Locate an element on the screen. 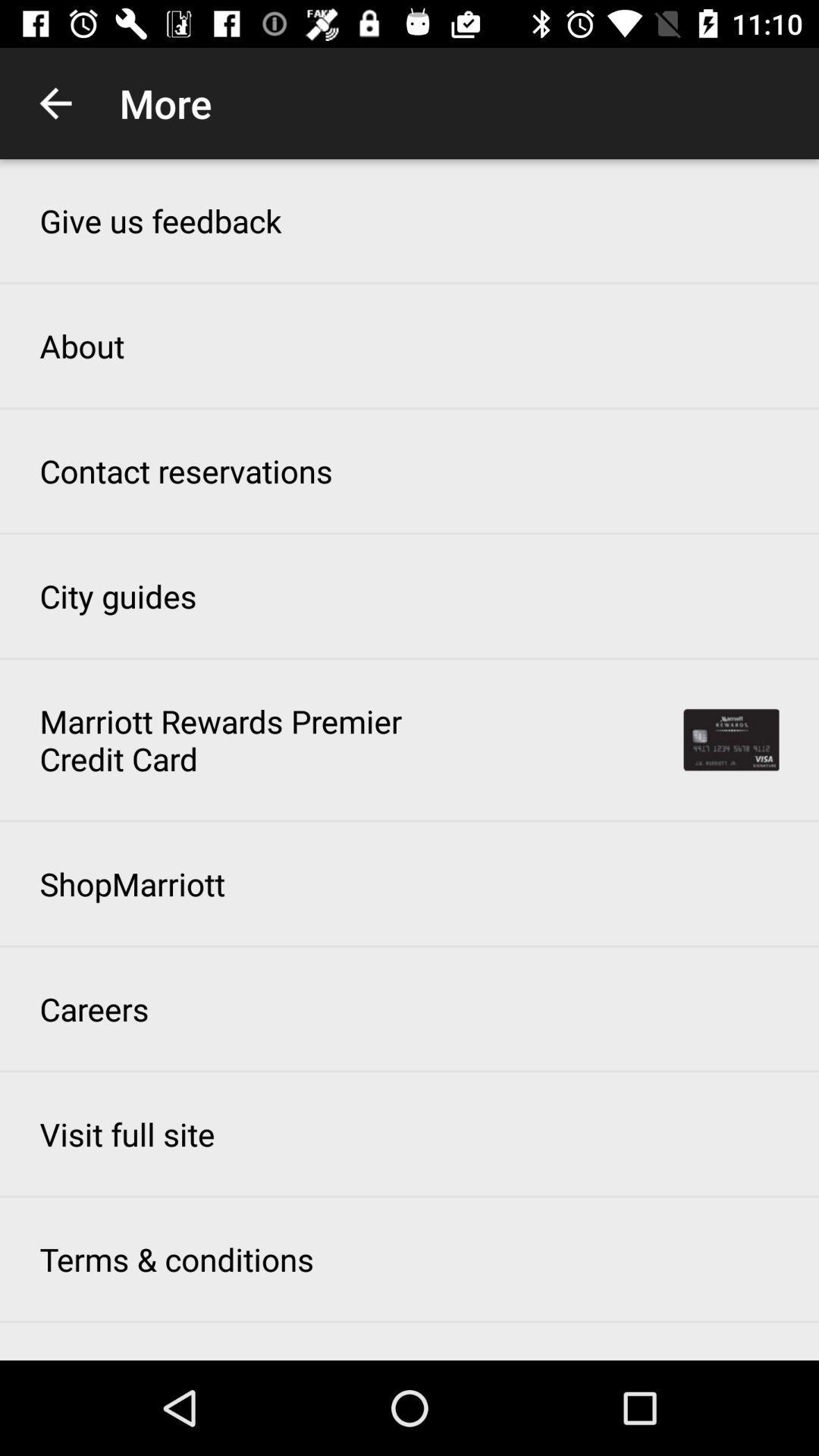 This screenshot has height=1456, width=819. the item above marriott rewards premier icon is located at coordinates (117, 595).